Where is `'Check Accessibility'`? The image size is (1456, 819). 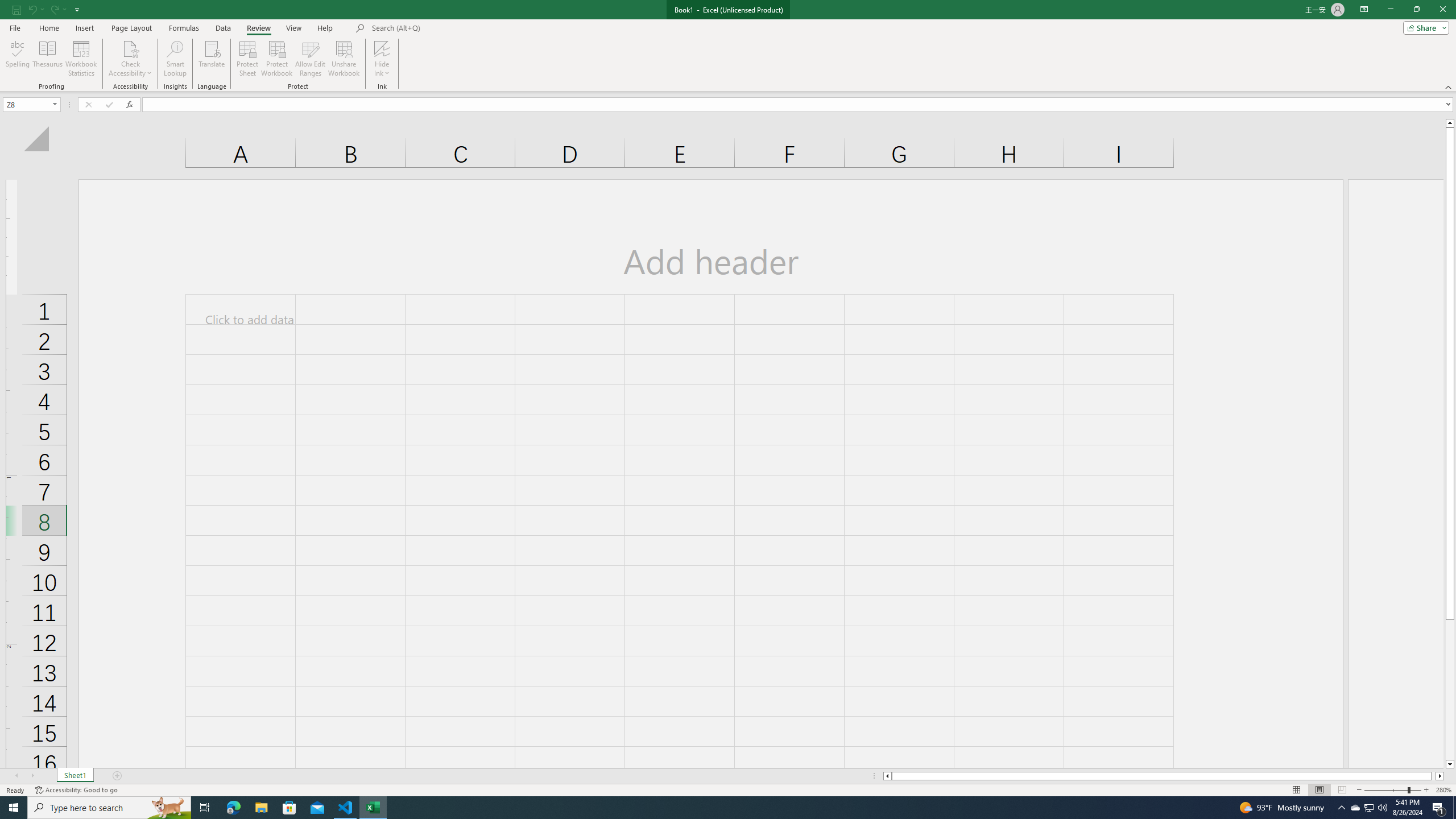
'Check Accessibility' is located at coordinates (130, 48).